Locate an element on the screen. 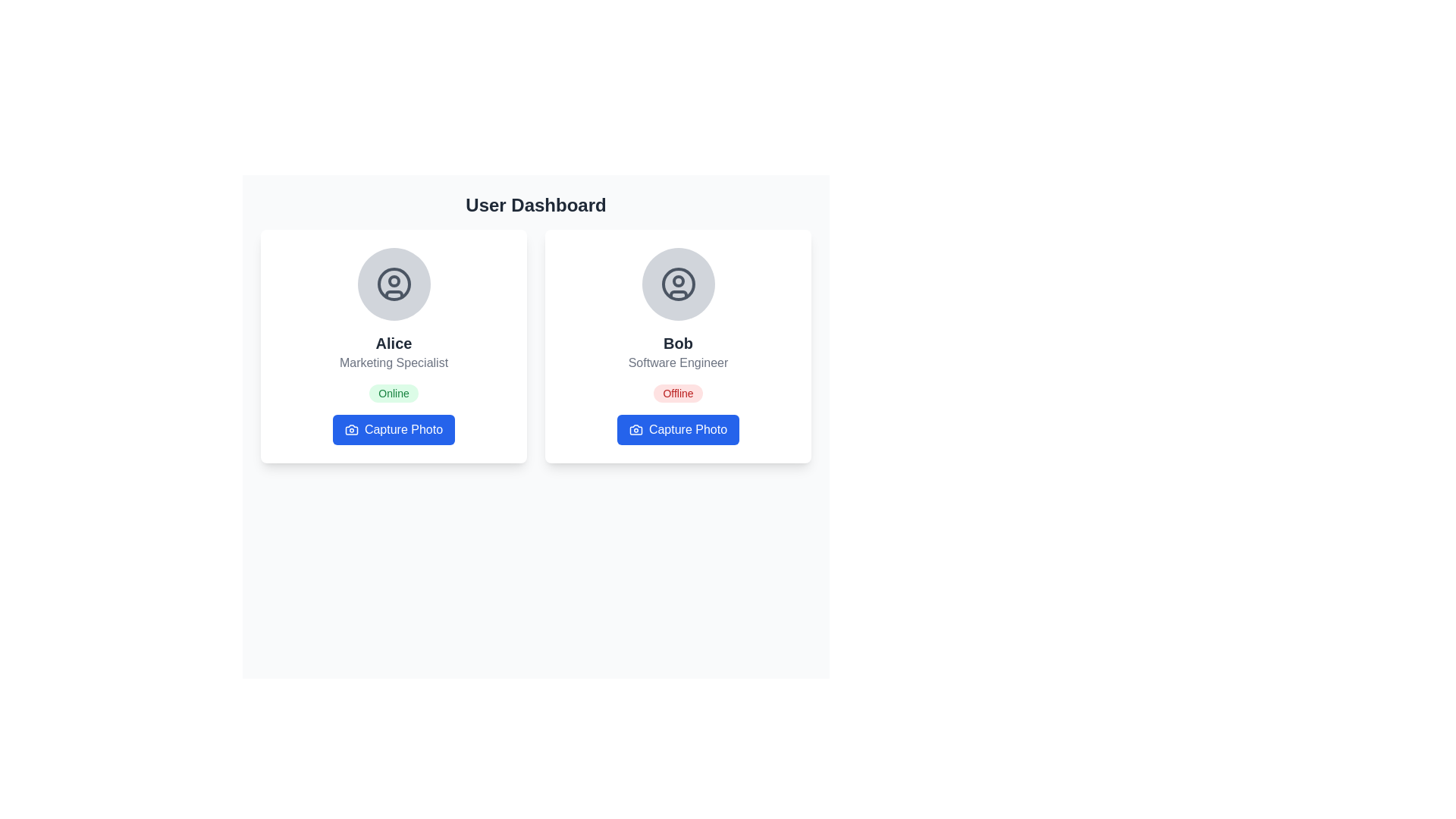 The height and width of the screenshot is (819, 1456). the outer circular boundary of the user profile picture icon located within the profile card titled 'Bob' on the right side of the dashboard layout is located at coordinates (677, 284).